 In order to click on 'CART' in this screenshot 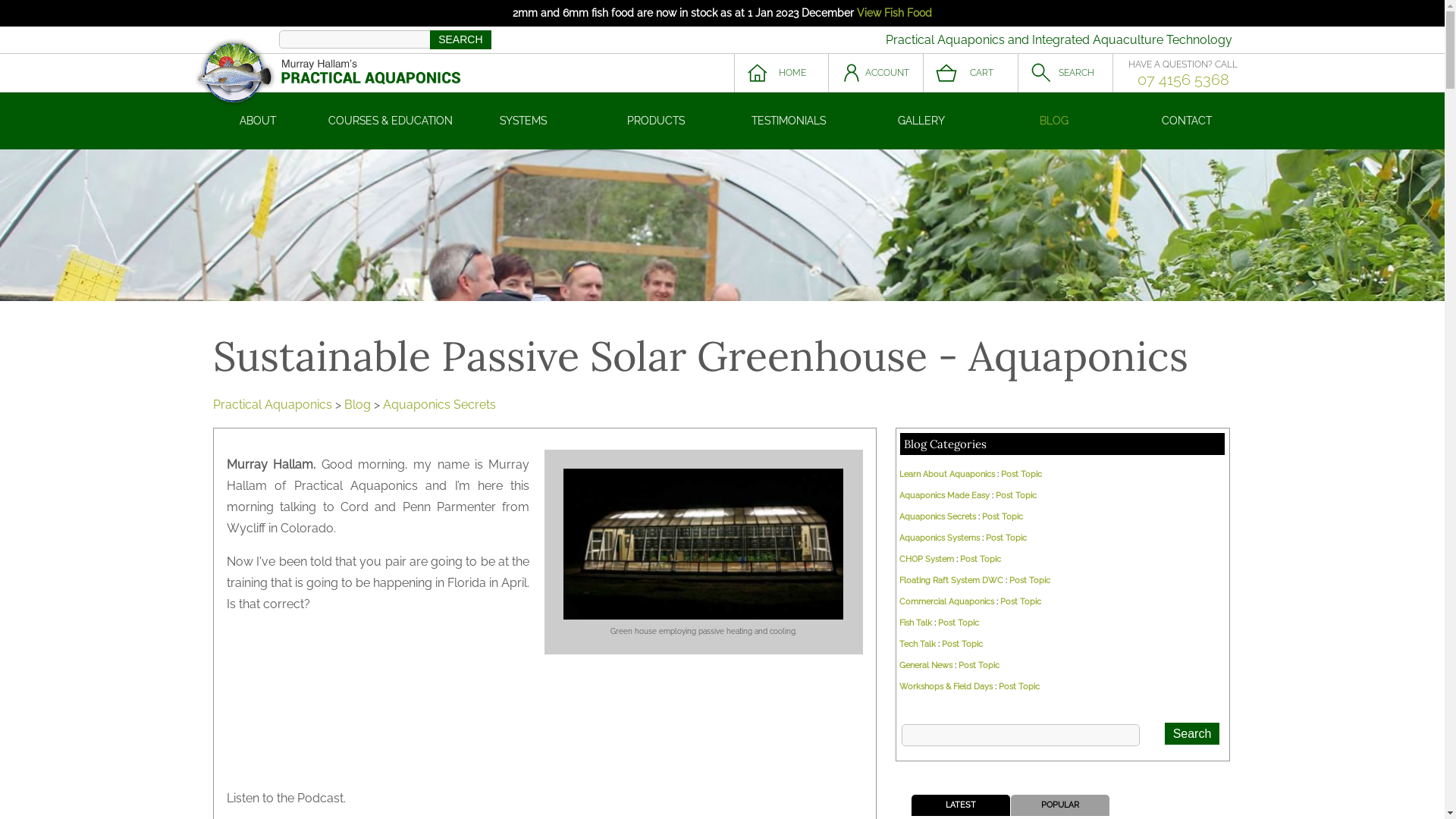, I will do `click(971, 73)`.